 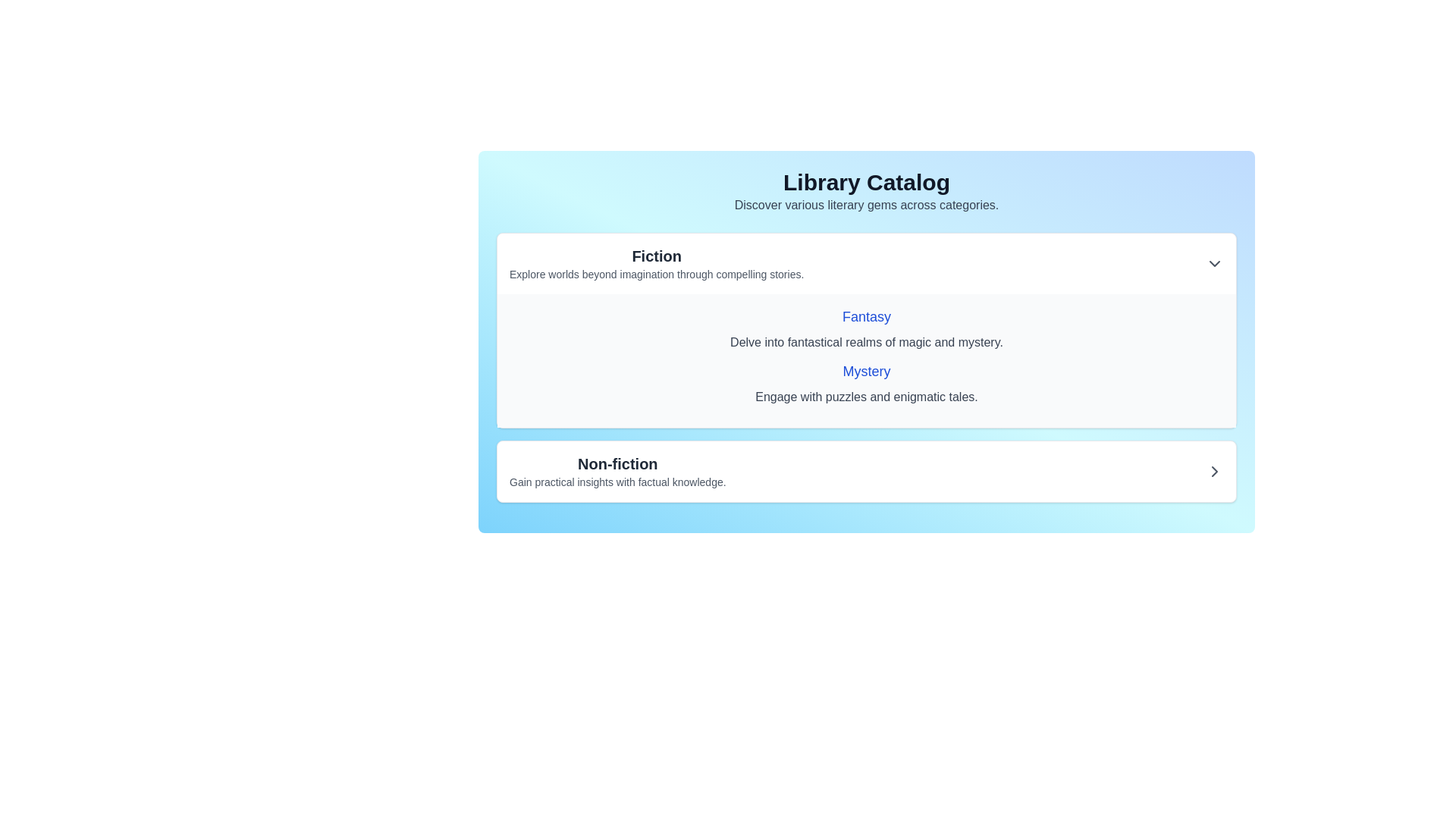 I want to click on the text label that serves as a title for the section 'Non-fiction Gain practical insights with factual knowledge', so click(x=617, y=463).